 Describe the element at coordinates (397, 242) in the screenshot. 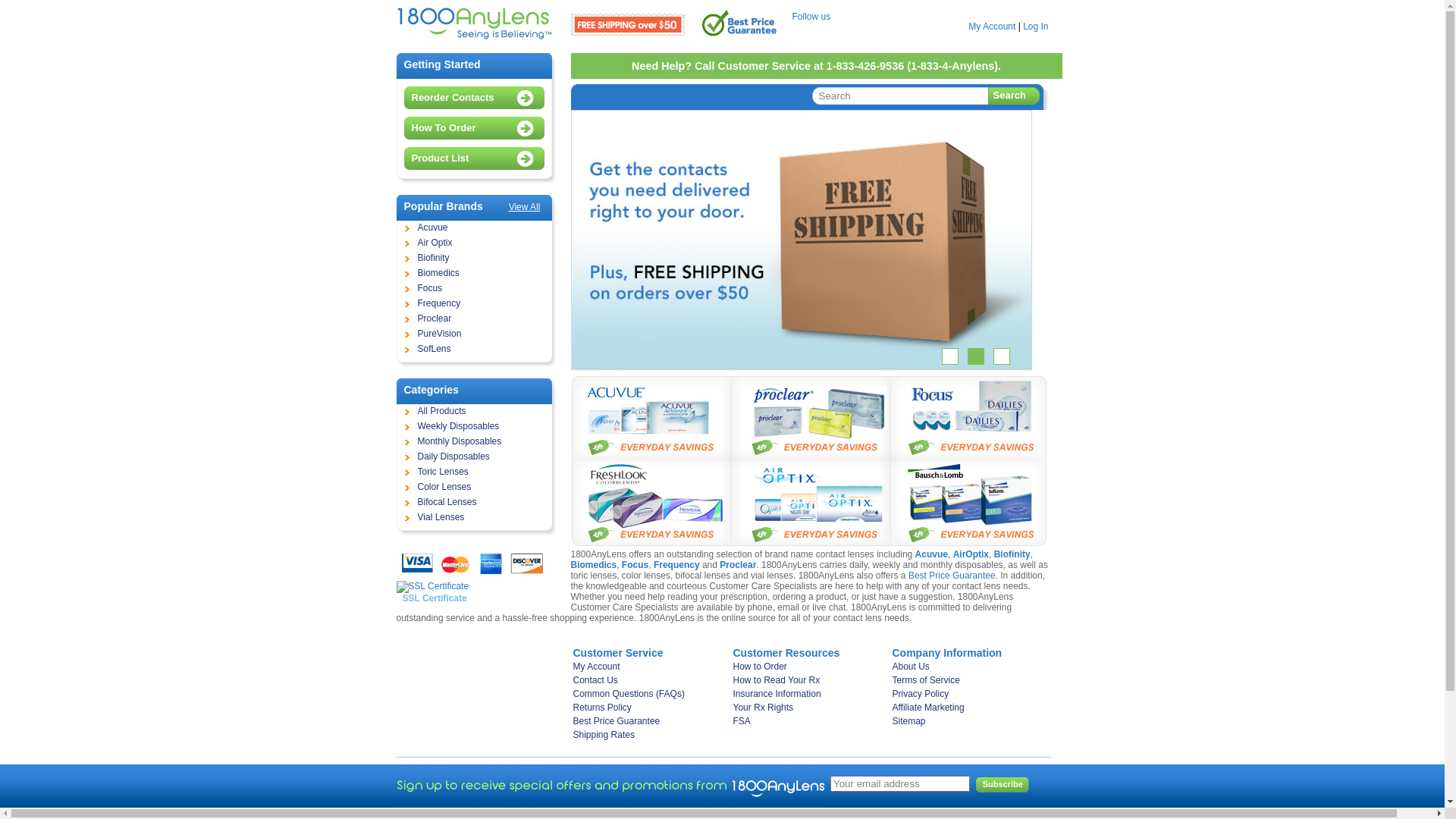

I see `'Air Optix'` at that location.